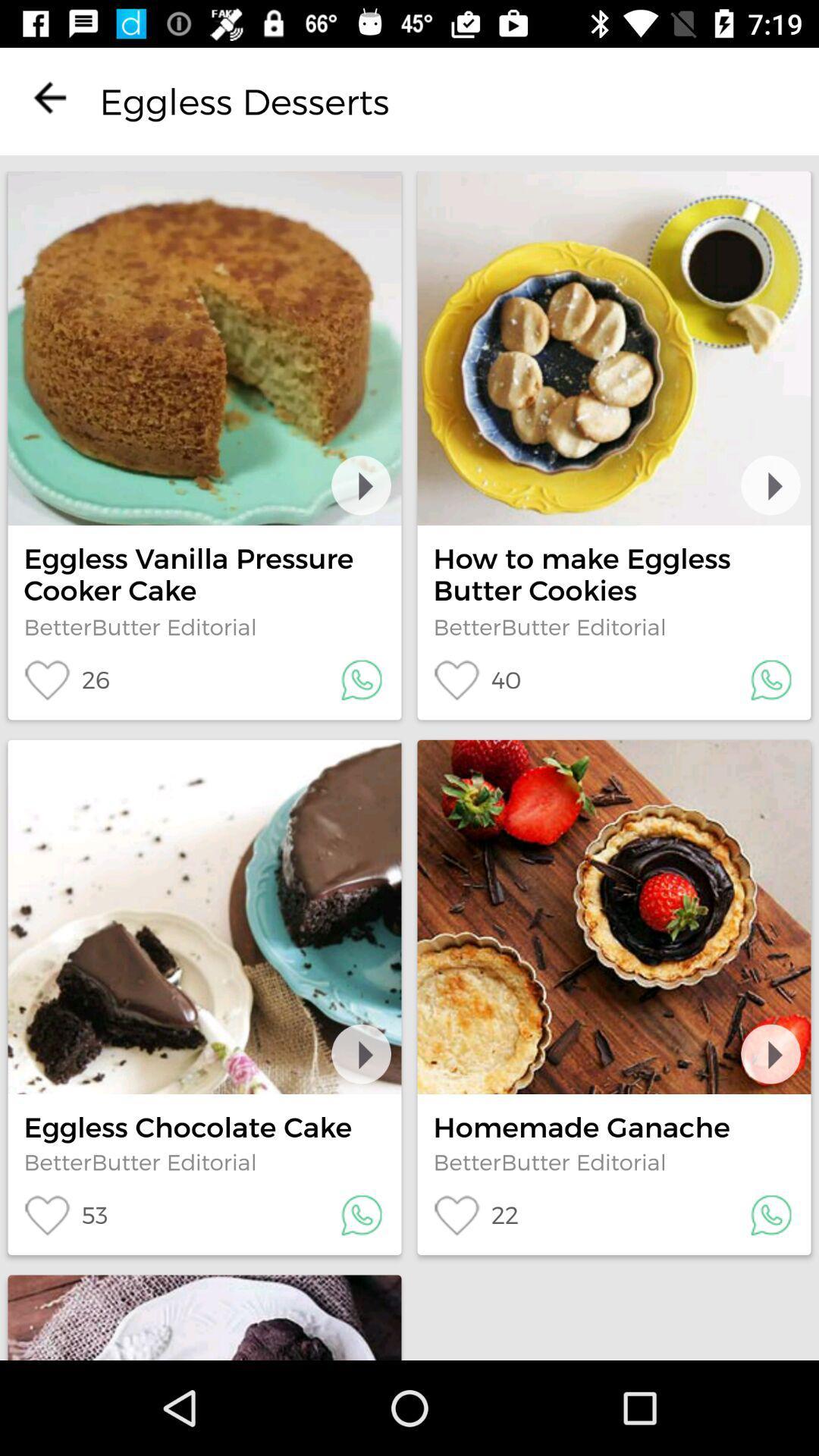  What do you see at coordinates (476, 679) in the screenshot?
I see `40 item` at bounding box center [476, 679].